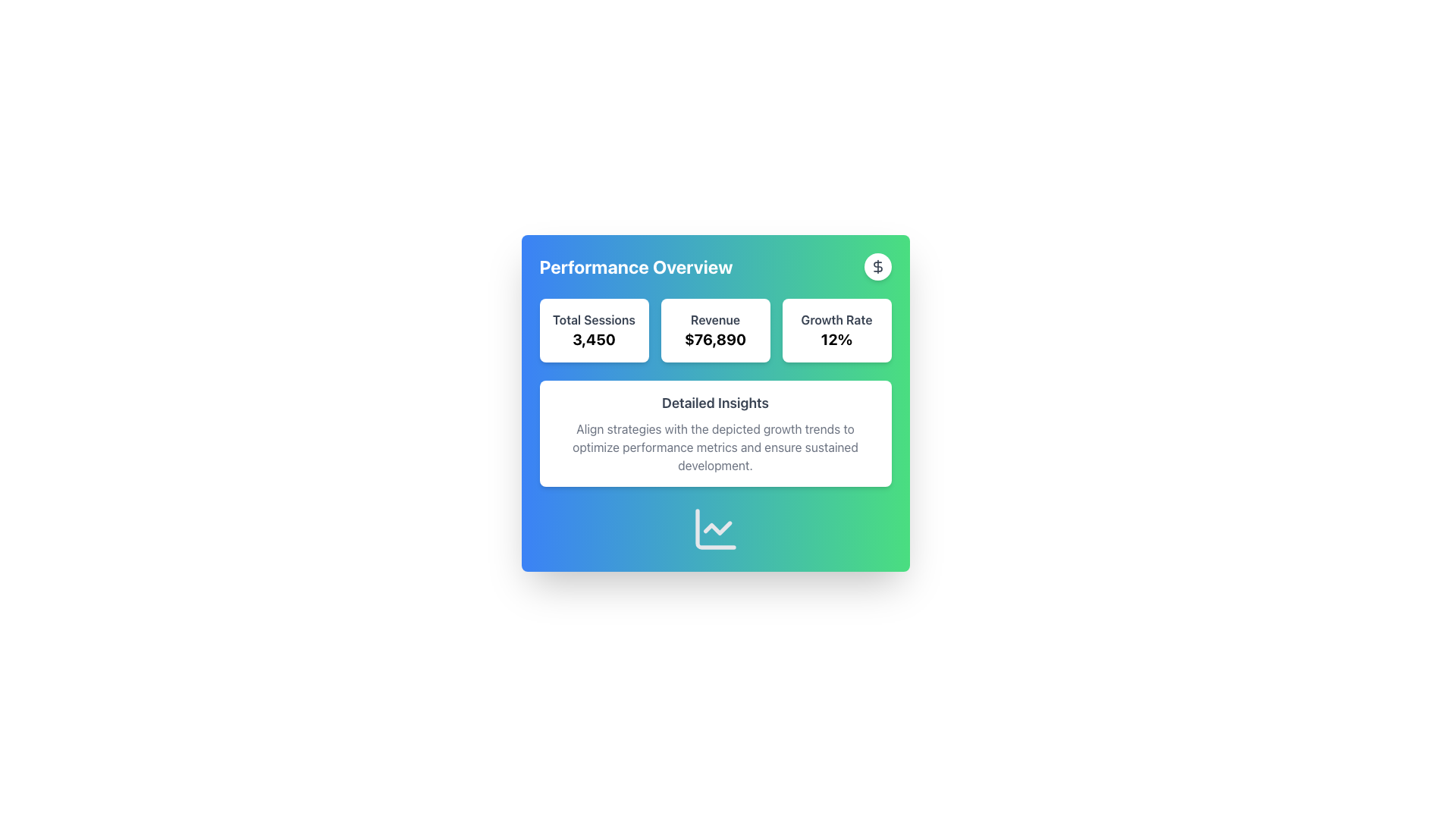  What do you see at coordinates (714, 529) in the screenshot?
I see `the SVG icon representing a line chart, which is styled in light gray and located underneath the 'Detailed Insights' section` at bounding box center [714, 529].